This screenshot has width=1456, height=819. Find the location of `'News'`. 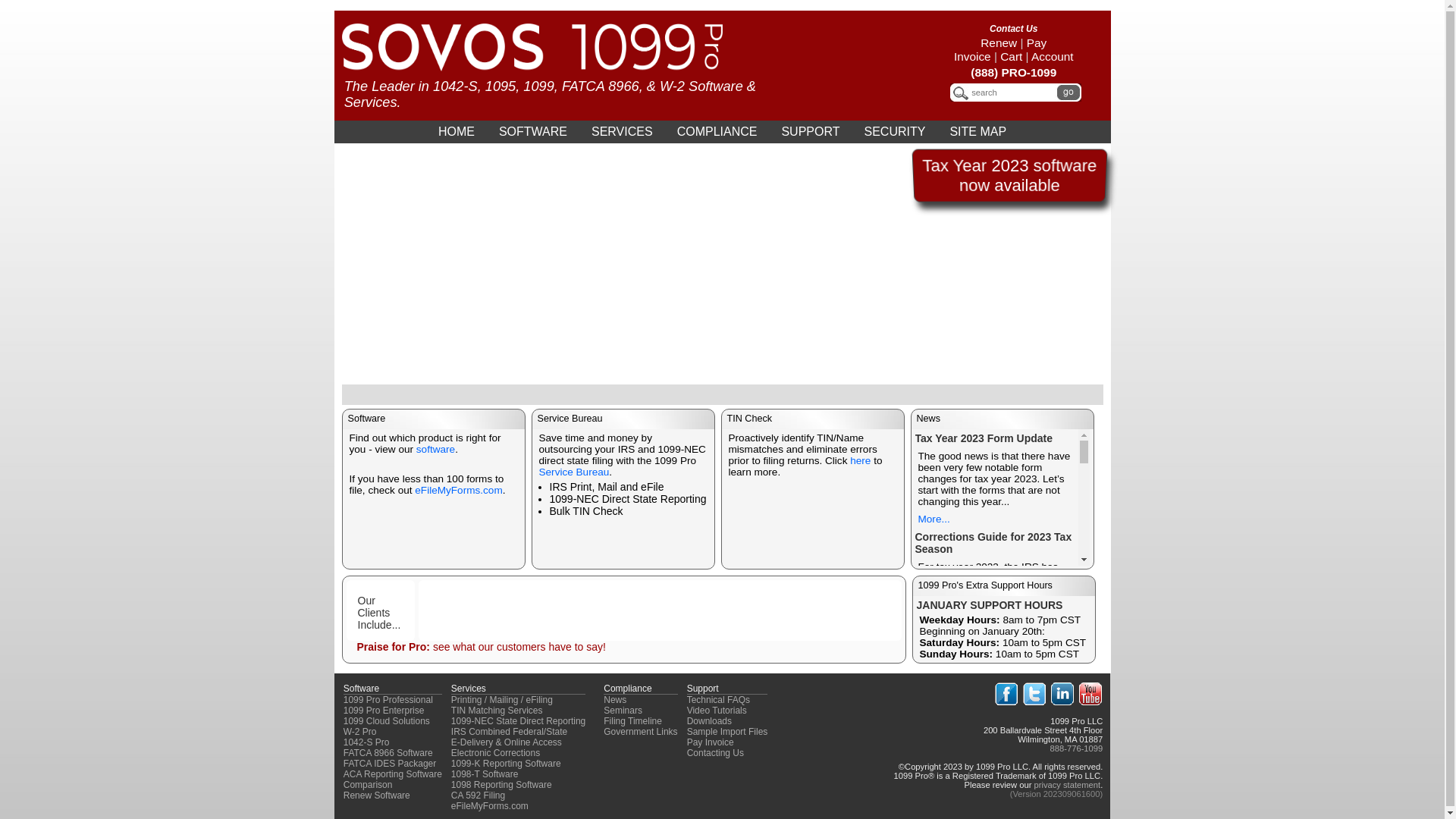

'News' is located at coordinates (615, 699).